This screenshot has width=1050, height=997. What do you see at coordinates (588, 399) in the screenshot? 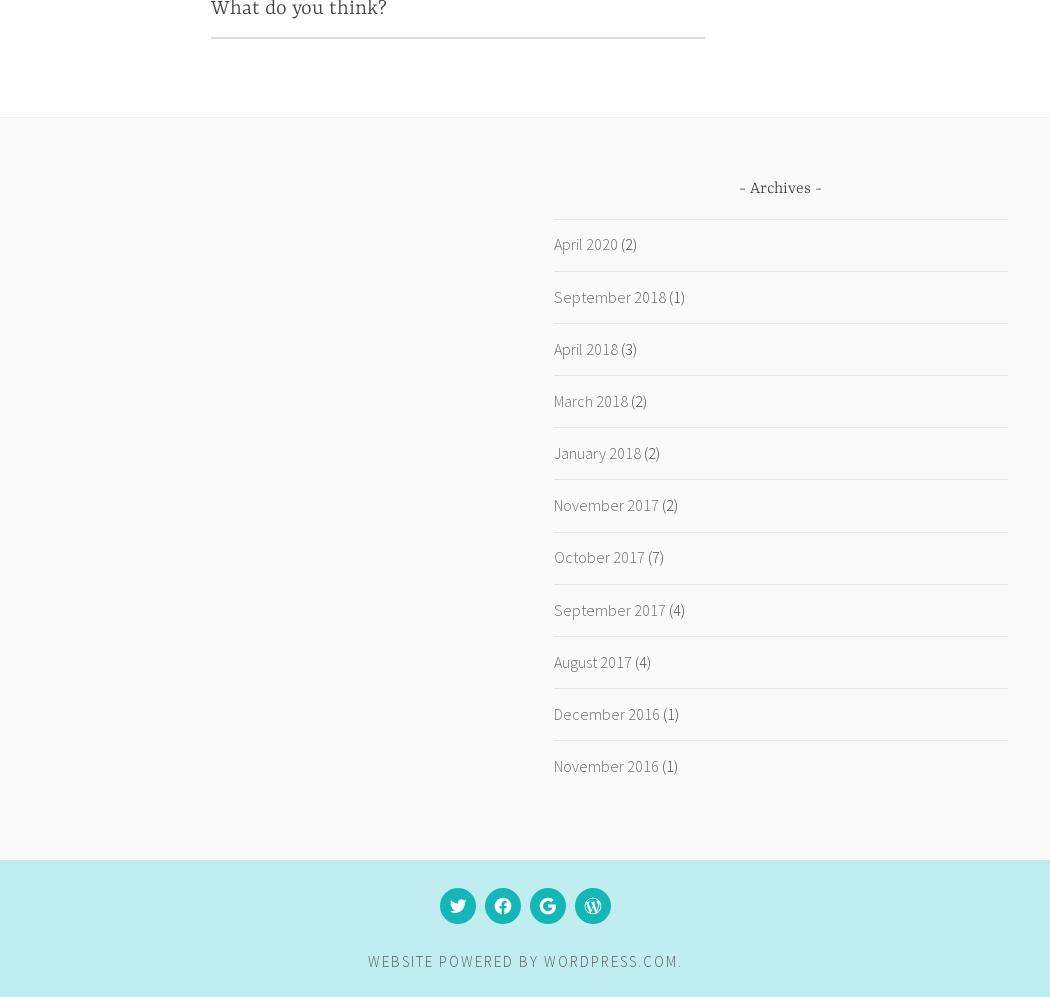
I see `'March 2018'` at bounding box center [588, 399].